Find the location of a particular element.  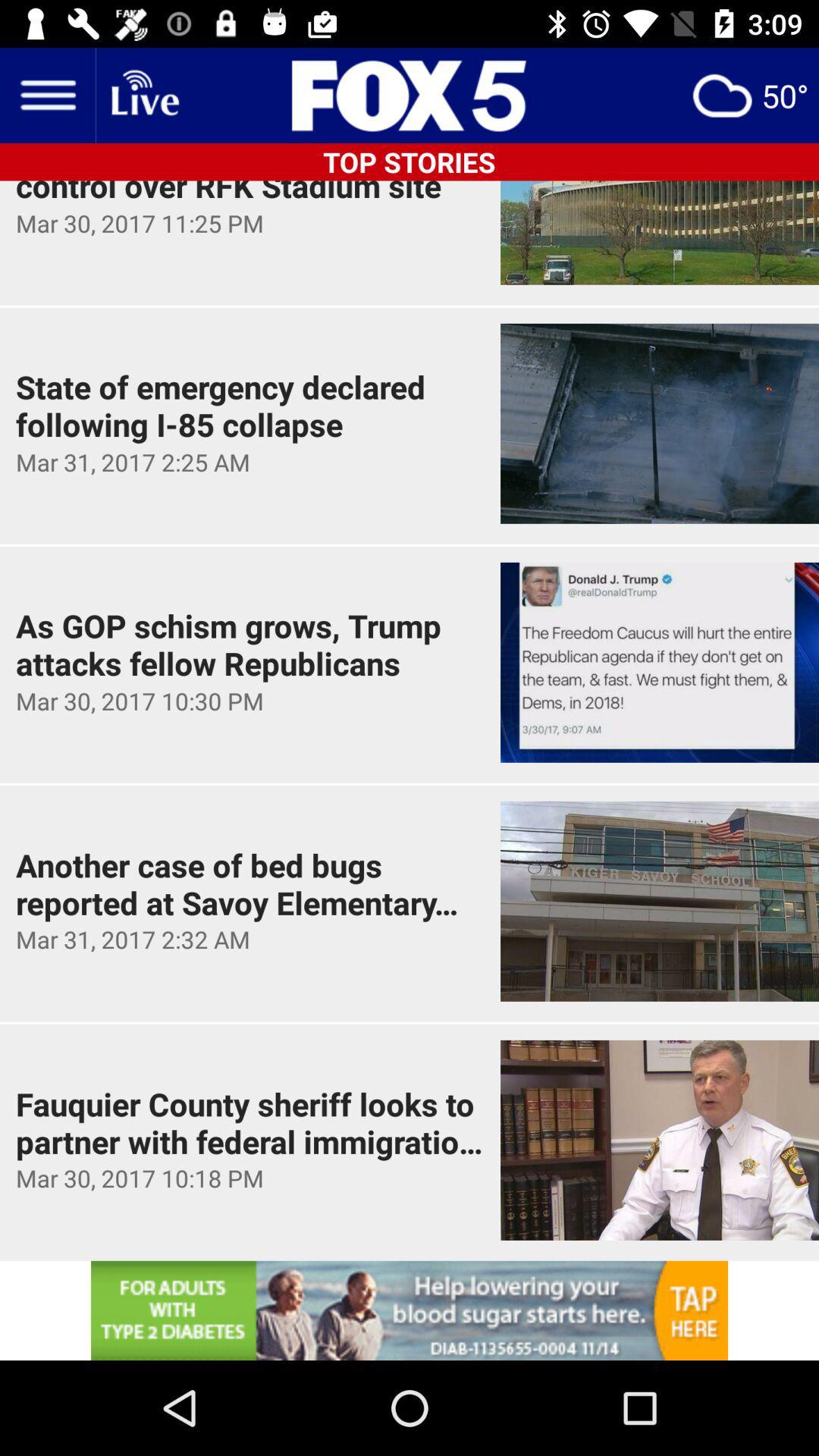

the menu icon is located at coordinates (46, 94).